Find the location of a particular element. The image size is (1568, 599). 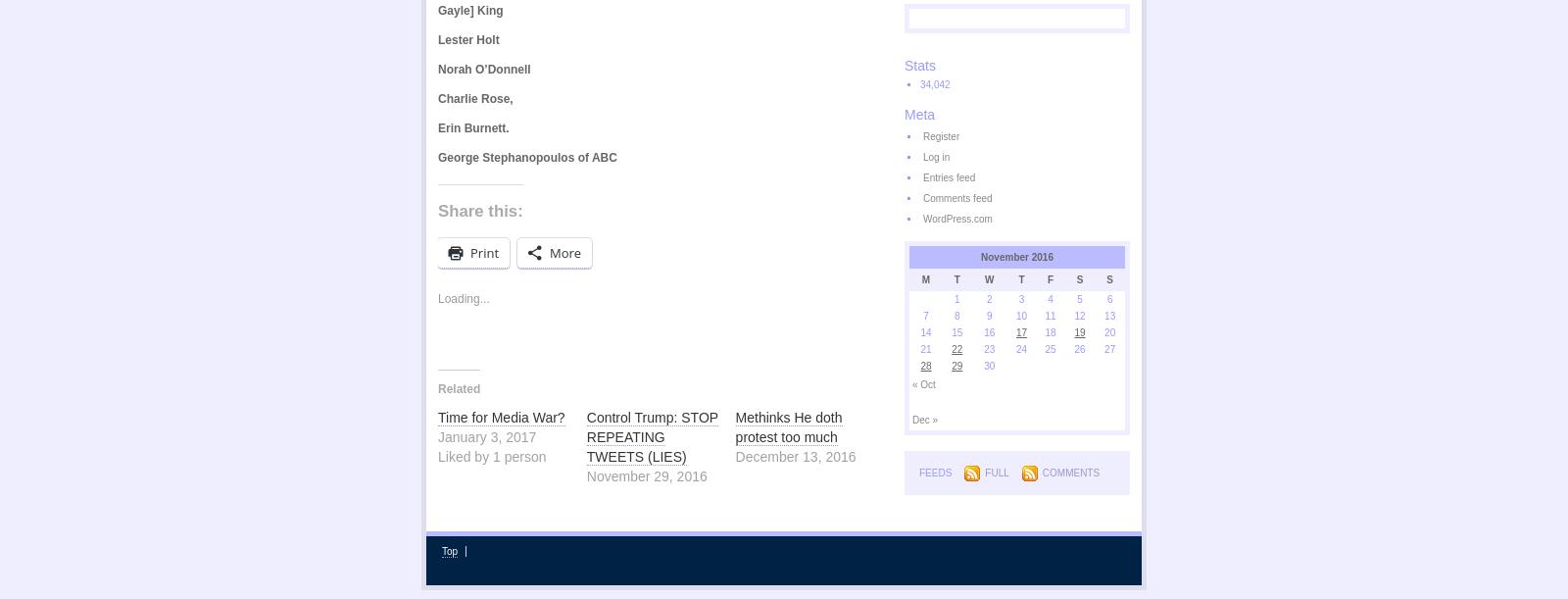

'5' is located at coordinates (1079, 299).